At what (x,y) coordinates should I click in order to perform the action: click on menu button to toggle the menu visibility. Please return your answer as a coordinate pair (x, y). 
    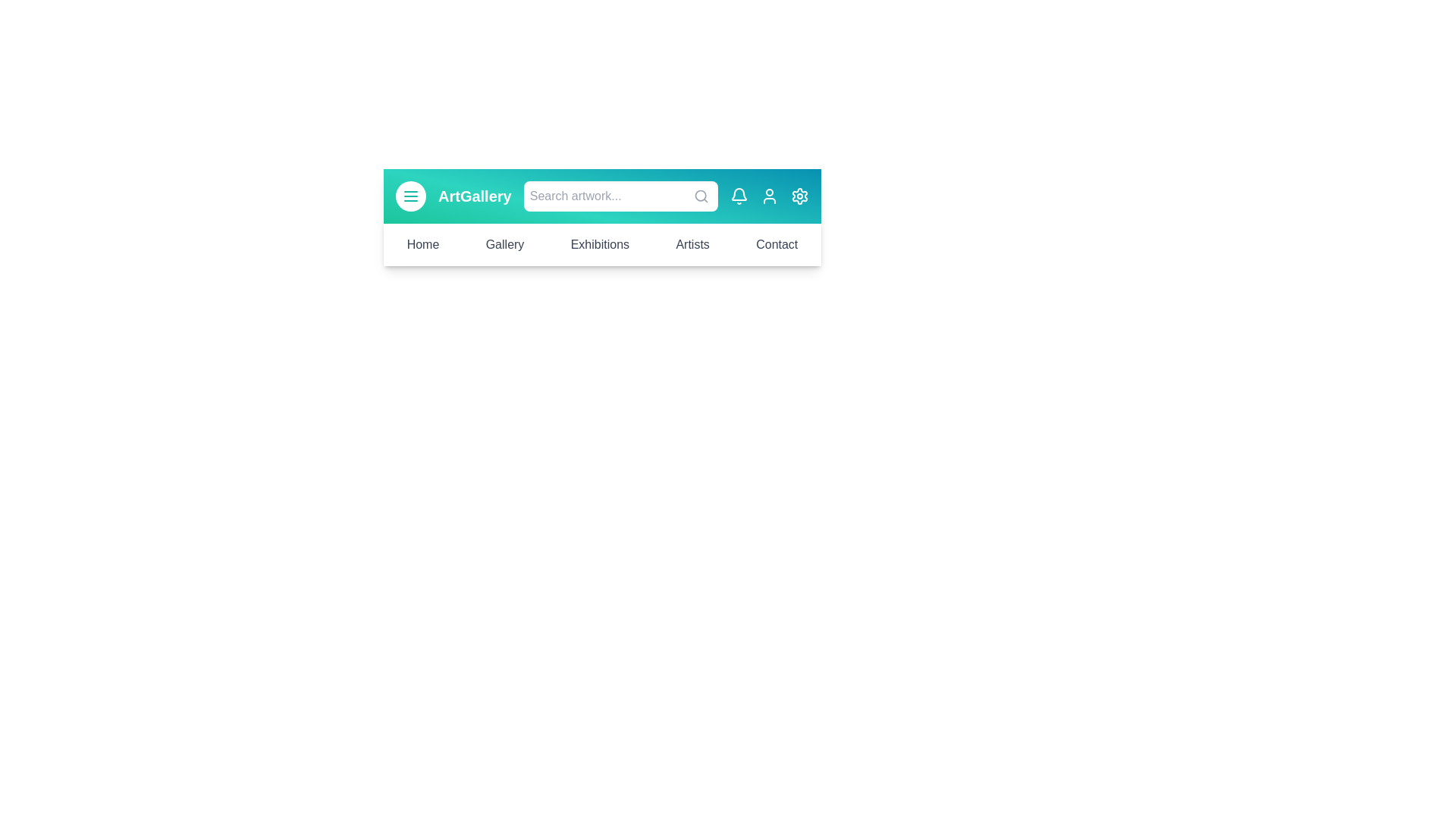
    Looking at the image, I should click on (411, 195).